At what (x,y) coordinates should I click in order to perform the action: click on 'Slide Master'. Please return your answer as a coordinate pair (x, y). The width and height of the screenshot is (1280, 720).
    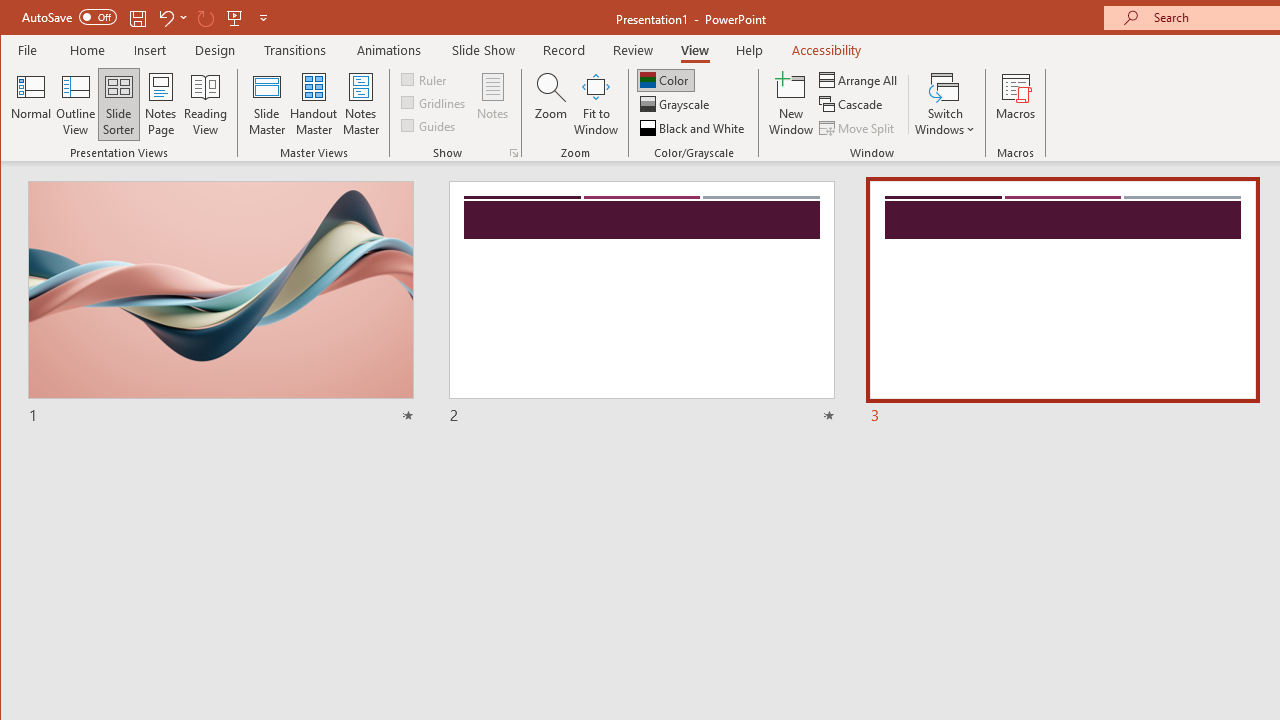
    Looking at the image, I should click on (265, 104).